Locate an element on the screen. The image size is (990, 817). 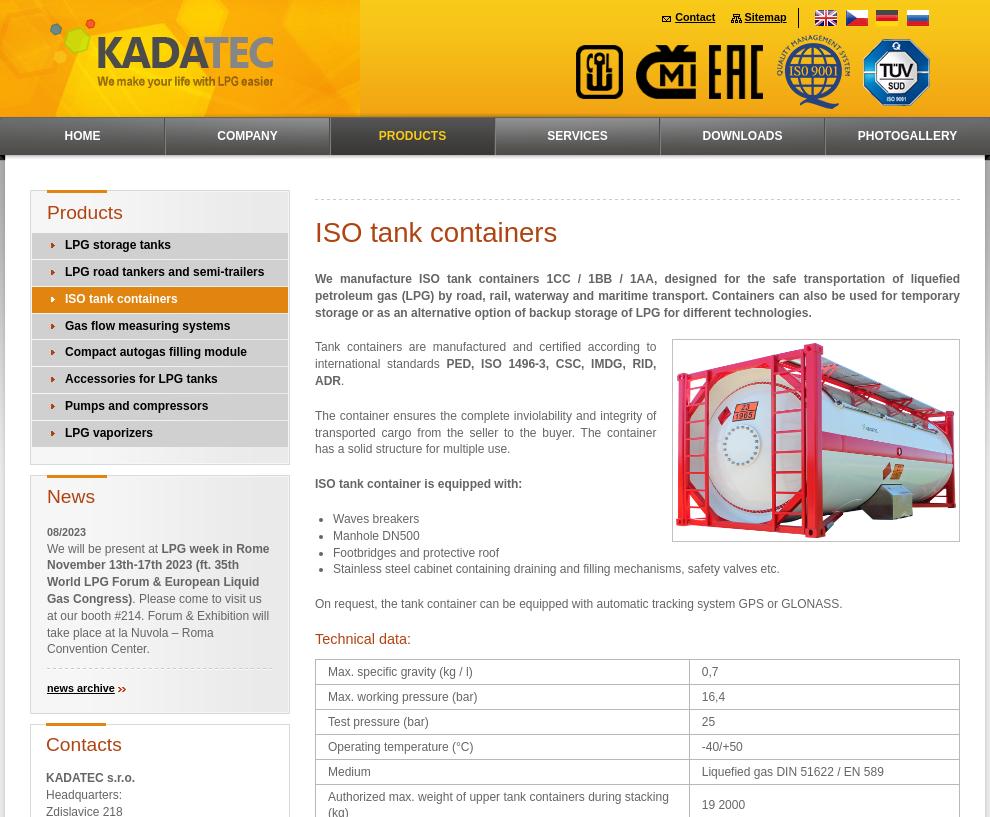
'Downloads' is located at coordinates (741, 136).